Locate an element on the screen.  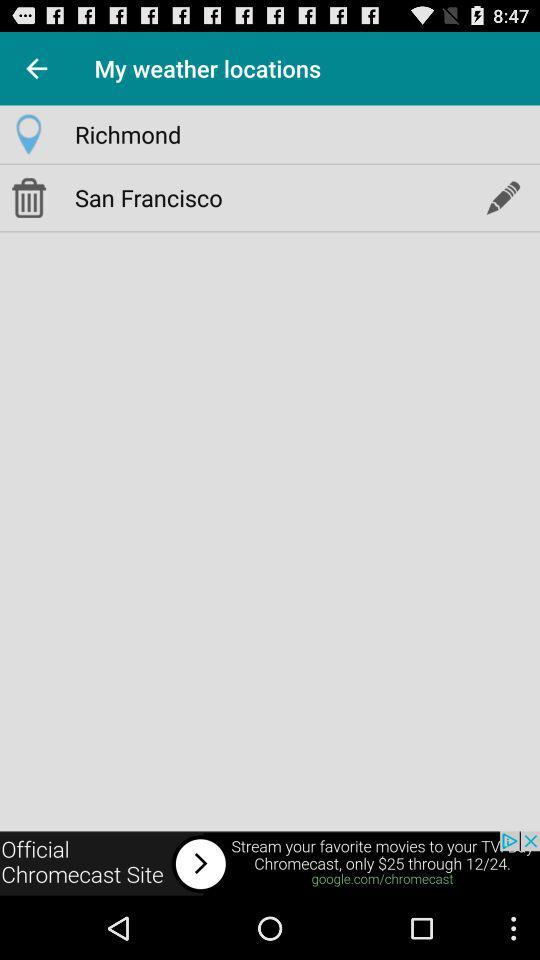
the writing button is located at coordinates (501, 197).